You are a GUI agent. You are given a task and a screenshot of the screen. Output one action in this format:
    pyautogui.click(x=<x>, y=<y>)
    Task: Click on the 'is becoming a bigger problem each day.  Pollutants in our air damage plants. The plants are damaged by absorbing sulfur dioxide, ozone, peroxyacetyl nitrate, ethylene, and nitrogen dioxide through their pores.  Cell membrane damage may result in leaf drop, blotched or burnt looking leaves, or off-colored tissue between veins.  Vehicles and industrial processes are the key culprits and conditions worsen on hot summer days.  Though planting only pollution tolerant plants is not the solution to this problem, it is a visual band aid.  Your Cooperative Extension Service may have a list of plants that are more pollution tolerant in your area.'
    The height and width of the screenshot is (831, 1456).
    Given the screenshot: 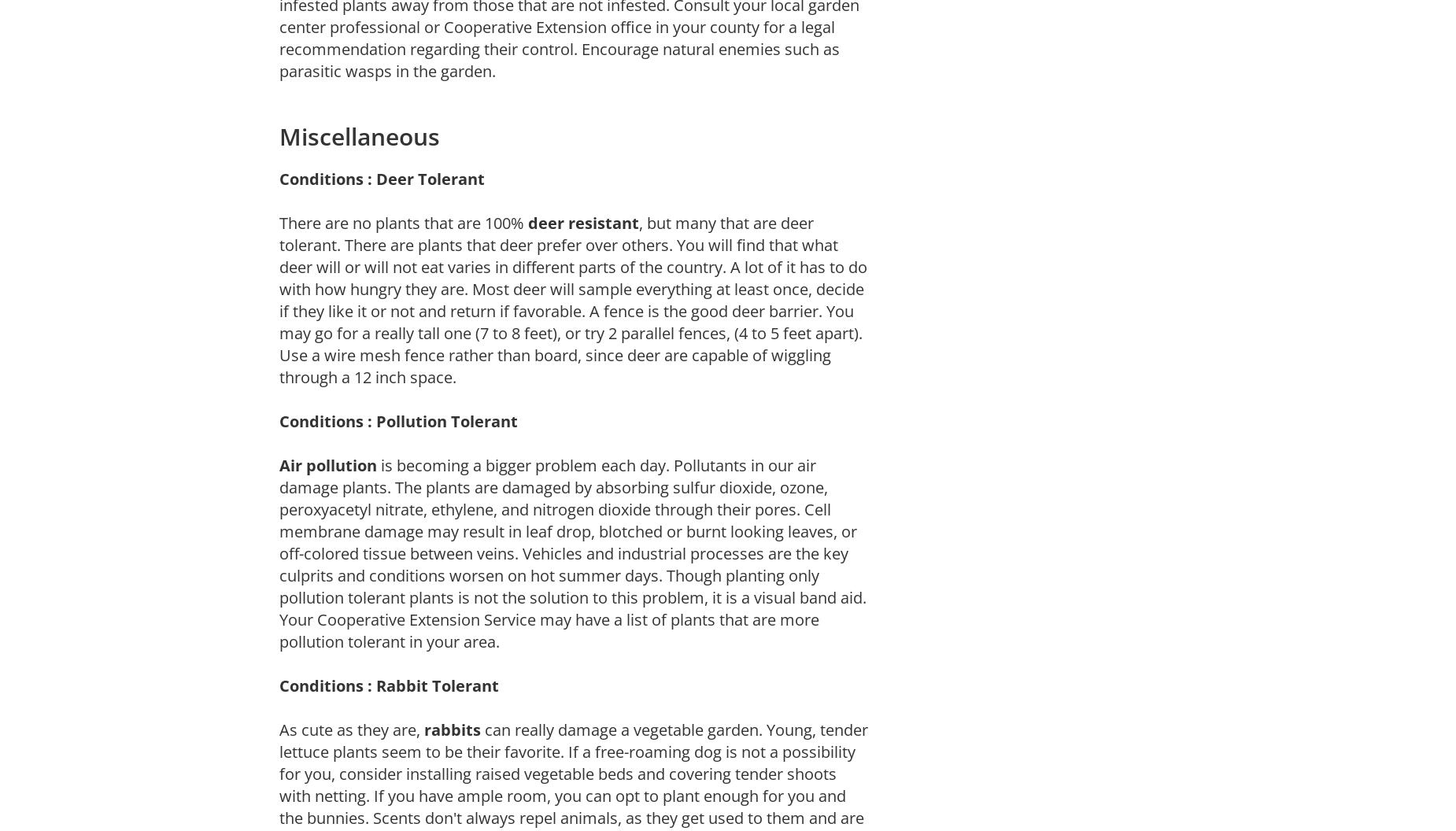 What is the action you would take?
    pyautogui.click(x=279, y=552)
    